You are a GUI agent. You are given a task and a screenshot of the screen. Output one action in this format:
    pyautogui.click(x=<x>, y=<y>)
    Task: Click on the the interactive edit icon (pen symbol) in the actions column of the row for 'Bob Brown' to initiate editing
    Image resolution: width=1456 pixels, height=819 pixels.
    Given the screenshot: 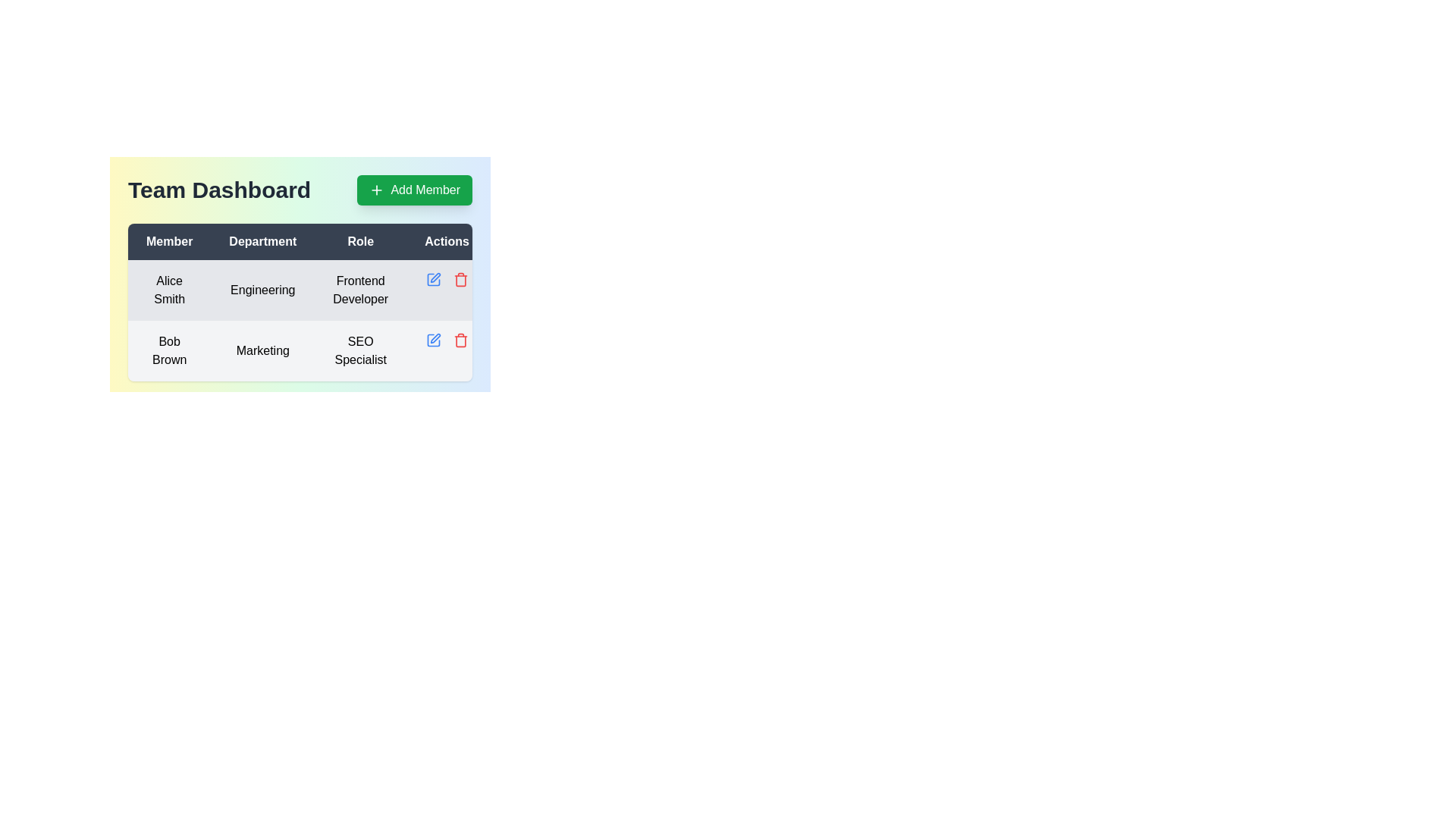 What is the action you would take?
    pyautogui.click(x=435, y=278)
    